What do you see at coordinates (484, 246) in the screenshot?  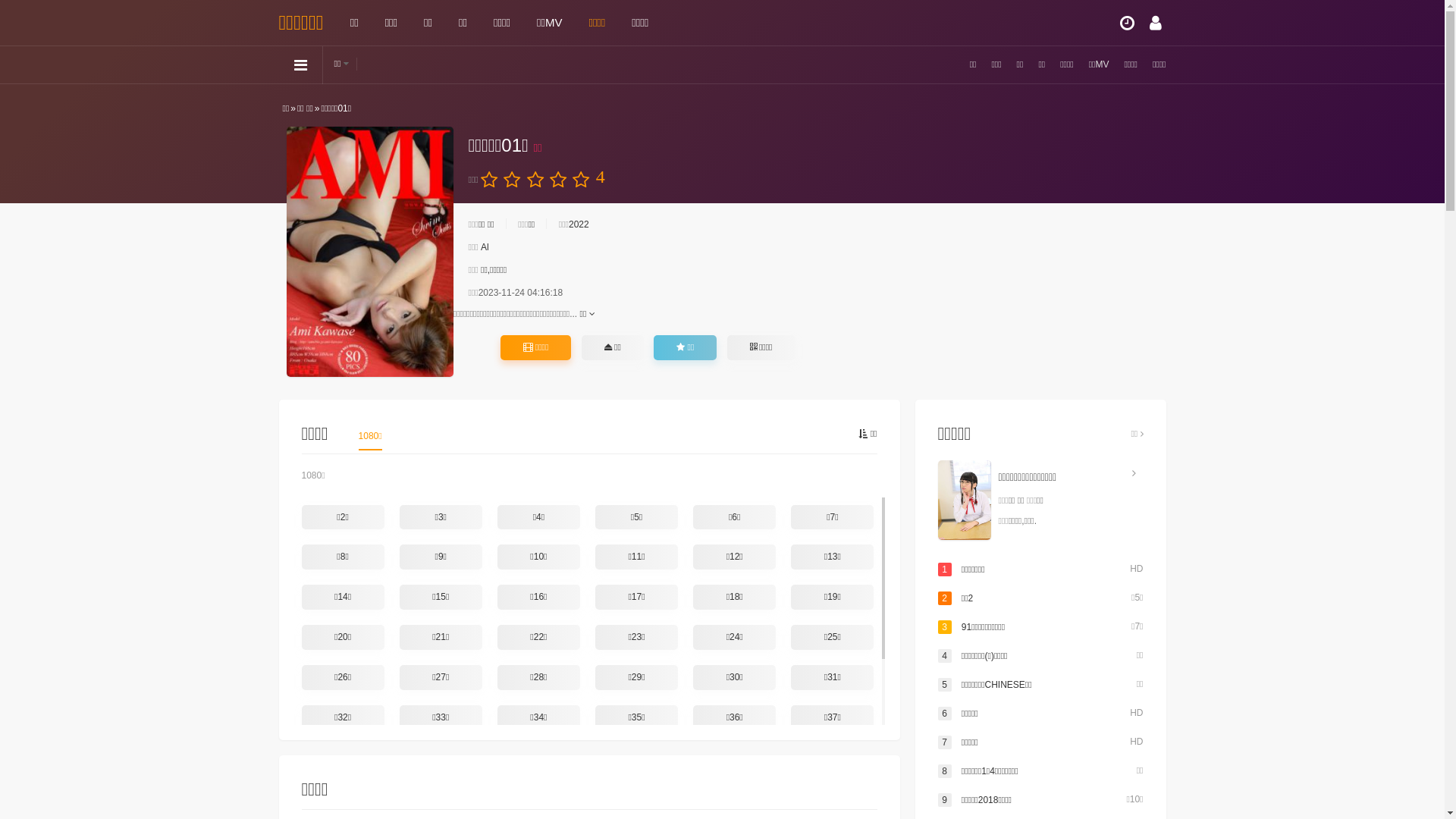 I see `'Al'` at bounding box center [484, 246].